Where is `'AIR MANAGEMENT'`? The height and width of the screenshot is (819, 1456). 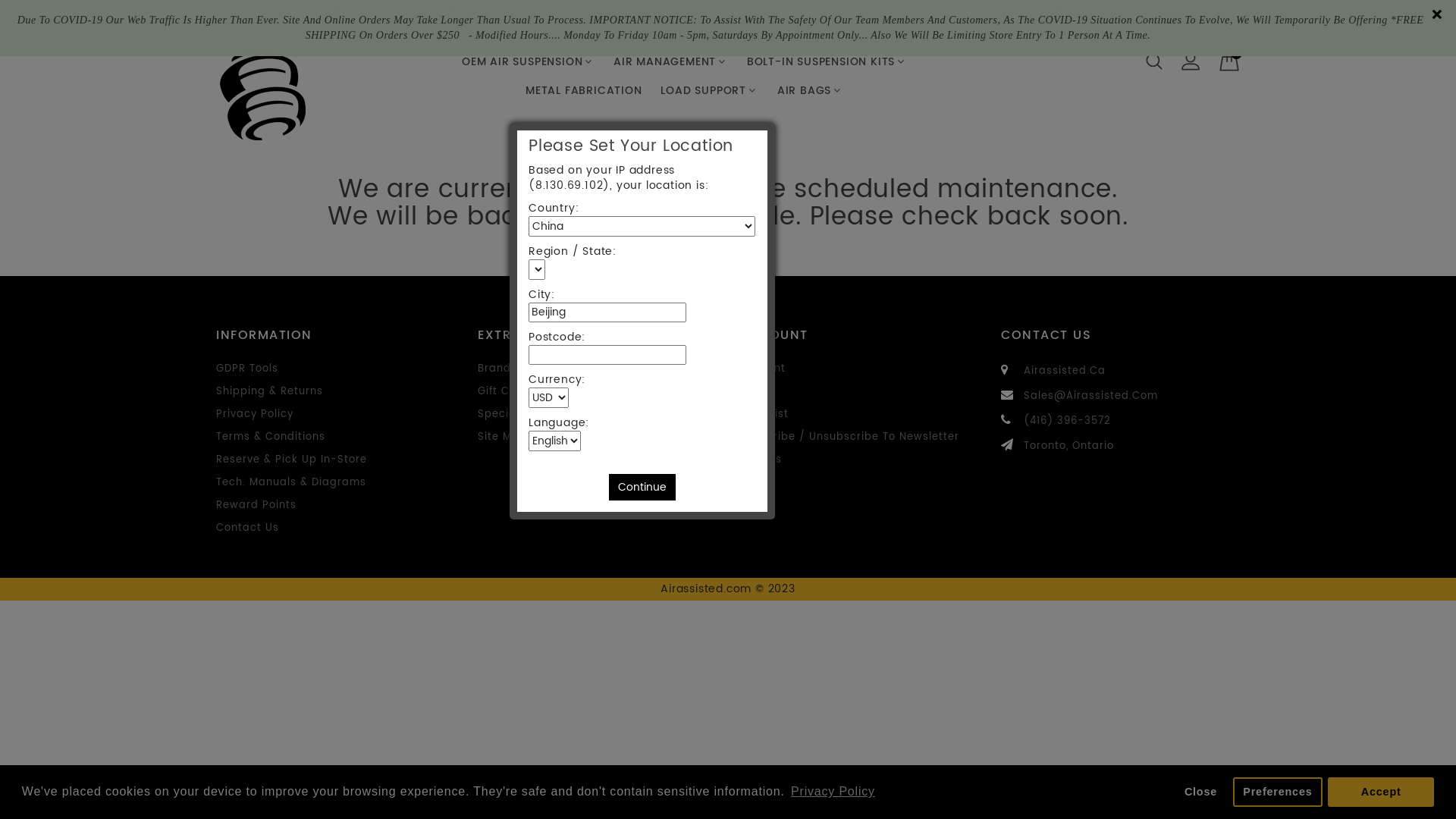
'AIR MANAGEMENT' is located at coordinates (670, 61).